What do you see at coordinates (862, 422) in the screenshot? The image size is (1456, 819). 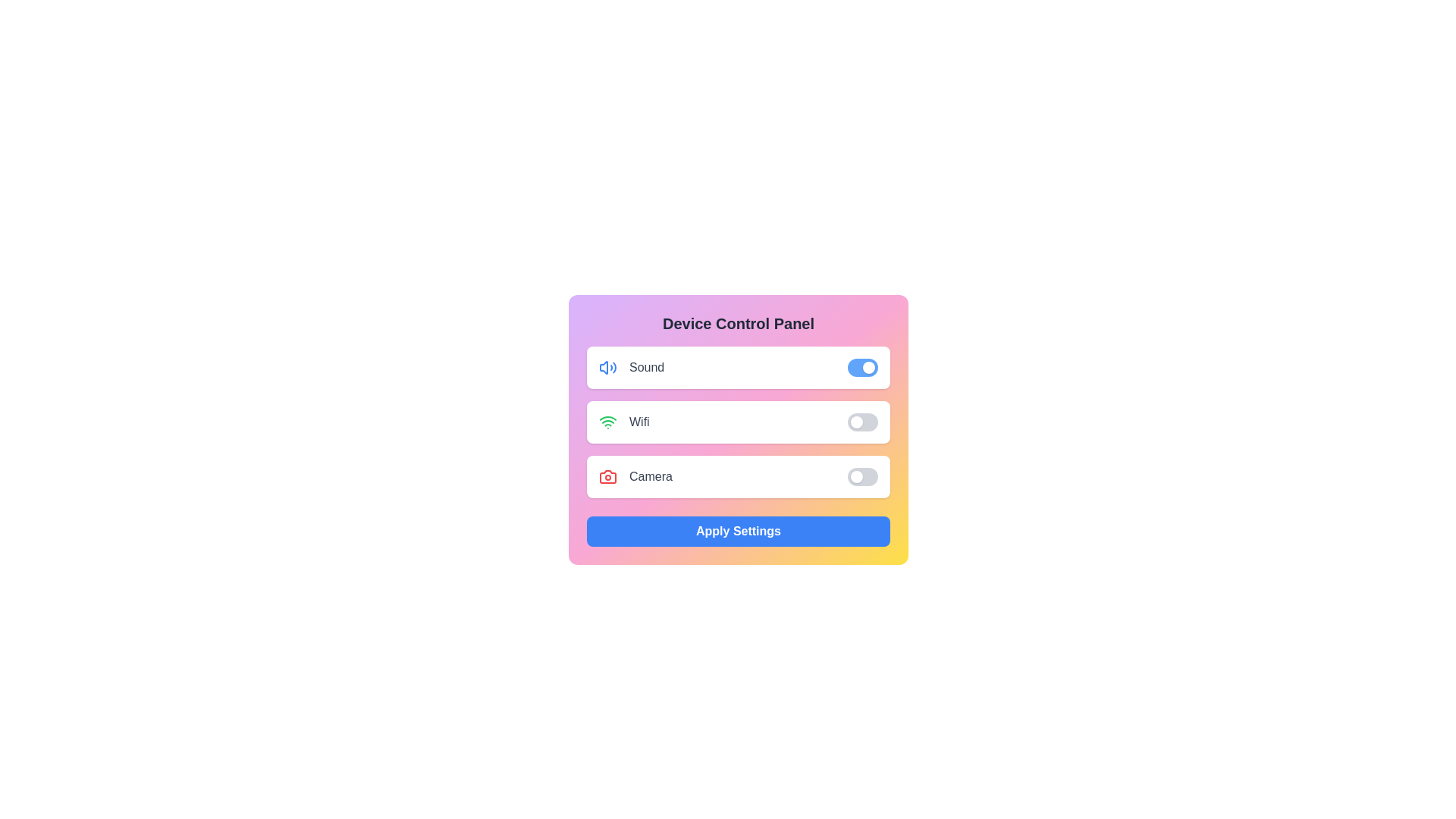 I see `the WiFi toggle switch to change its state` at bounding box center [862, 422].